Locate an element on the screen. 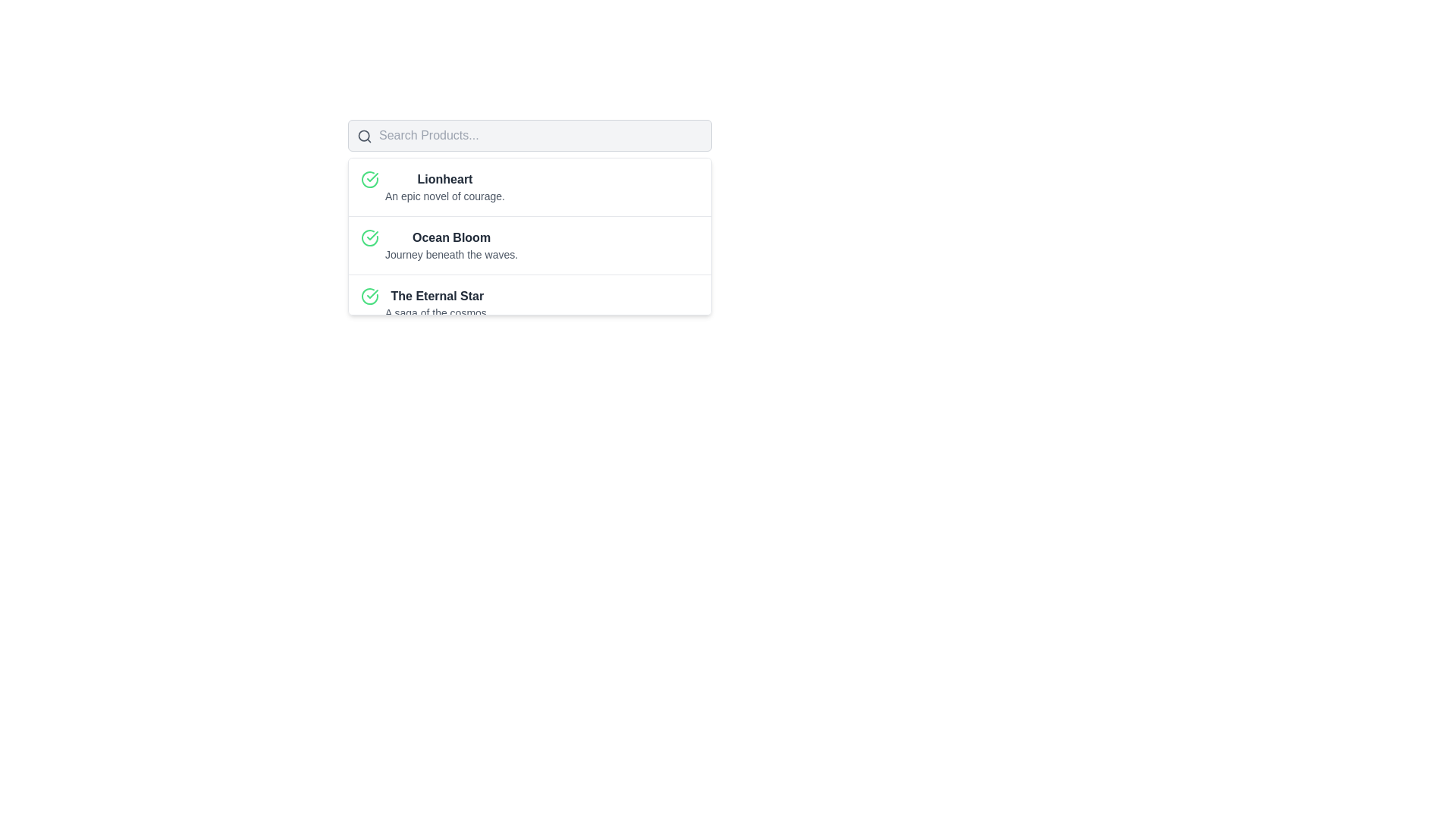 The width and height of the screenshot is (1456, 819). the second item Card in the vertically stacked scrollbar list beneath the search bar is located at coordinates (530, 244).